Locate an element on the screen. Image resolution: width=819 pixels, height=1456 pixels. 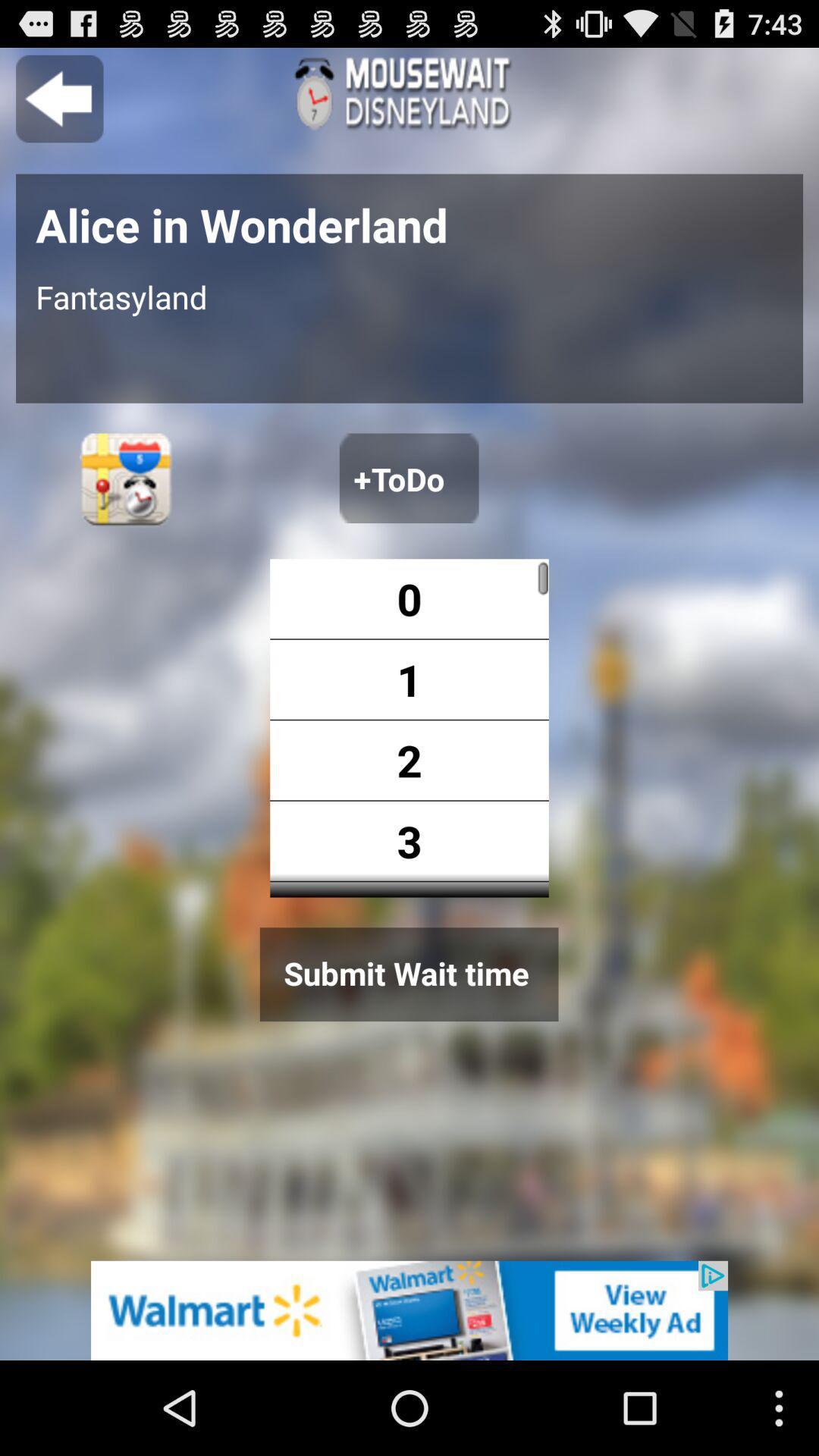
option is located at coordinates (408, 477).